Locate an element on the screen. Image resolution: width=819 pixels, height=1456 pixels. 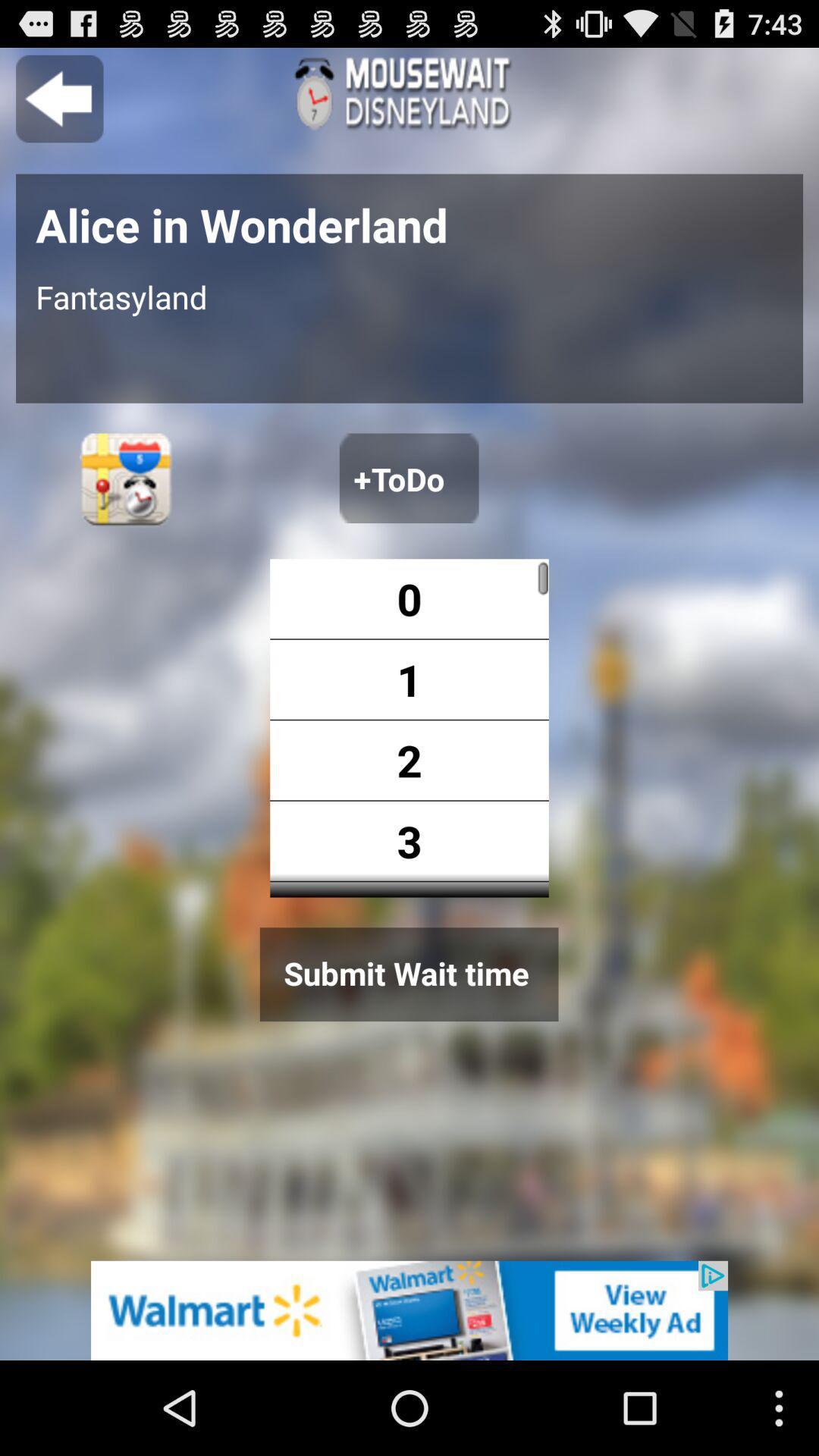
option is located at coordinates (408, 477).